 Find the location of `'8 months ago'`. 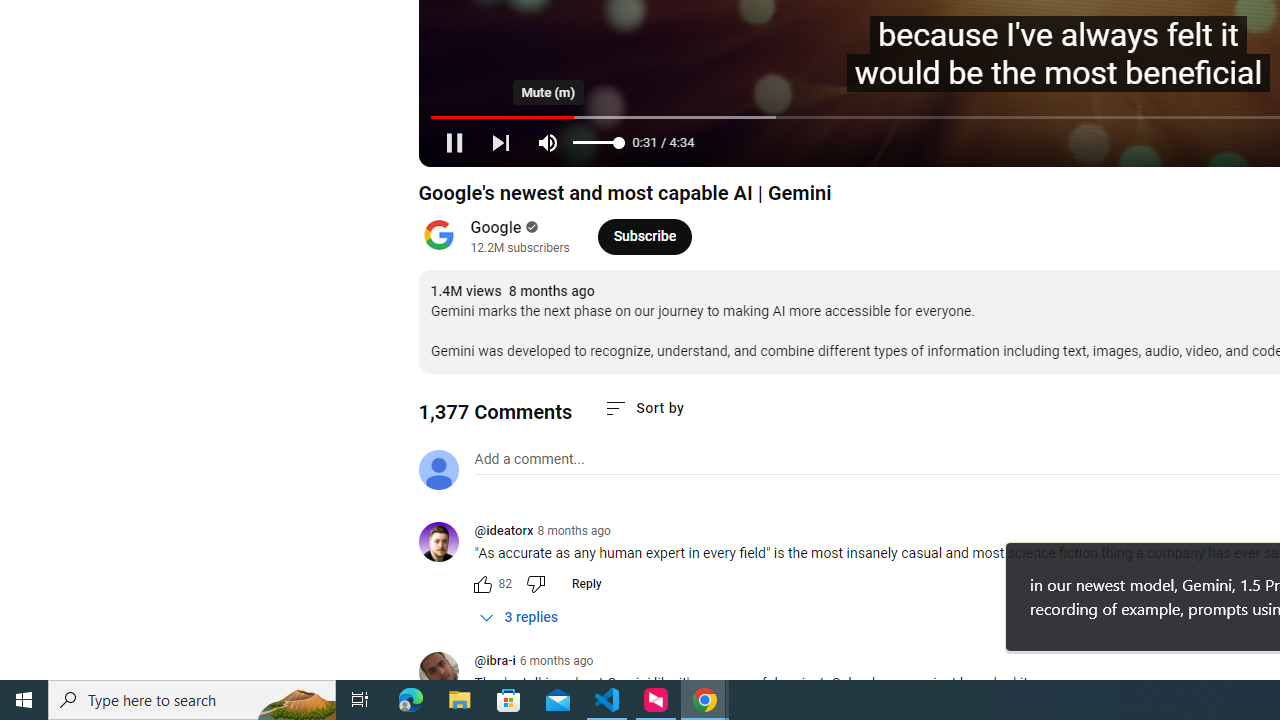

'8 months ago' is located at coordinates (573, 530).